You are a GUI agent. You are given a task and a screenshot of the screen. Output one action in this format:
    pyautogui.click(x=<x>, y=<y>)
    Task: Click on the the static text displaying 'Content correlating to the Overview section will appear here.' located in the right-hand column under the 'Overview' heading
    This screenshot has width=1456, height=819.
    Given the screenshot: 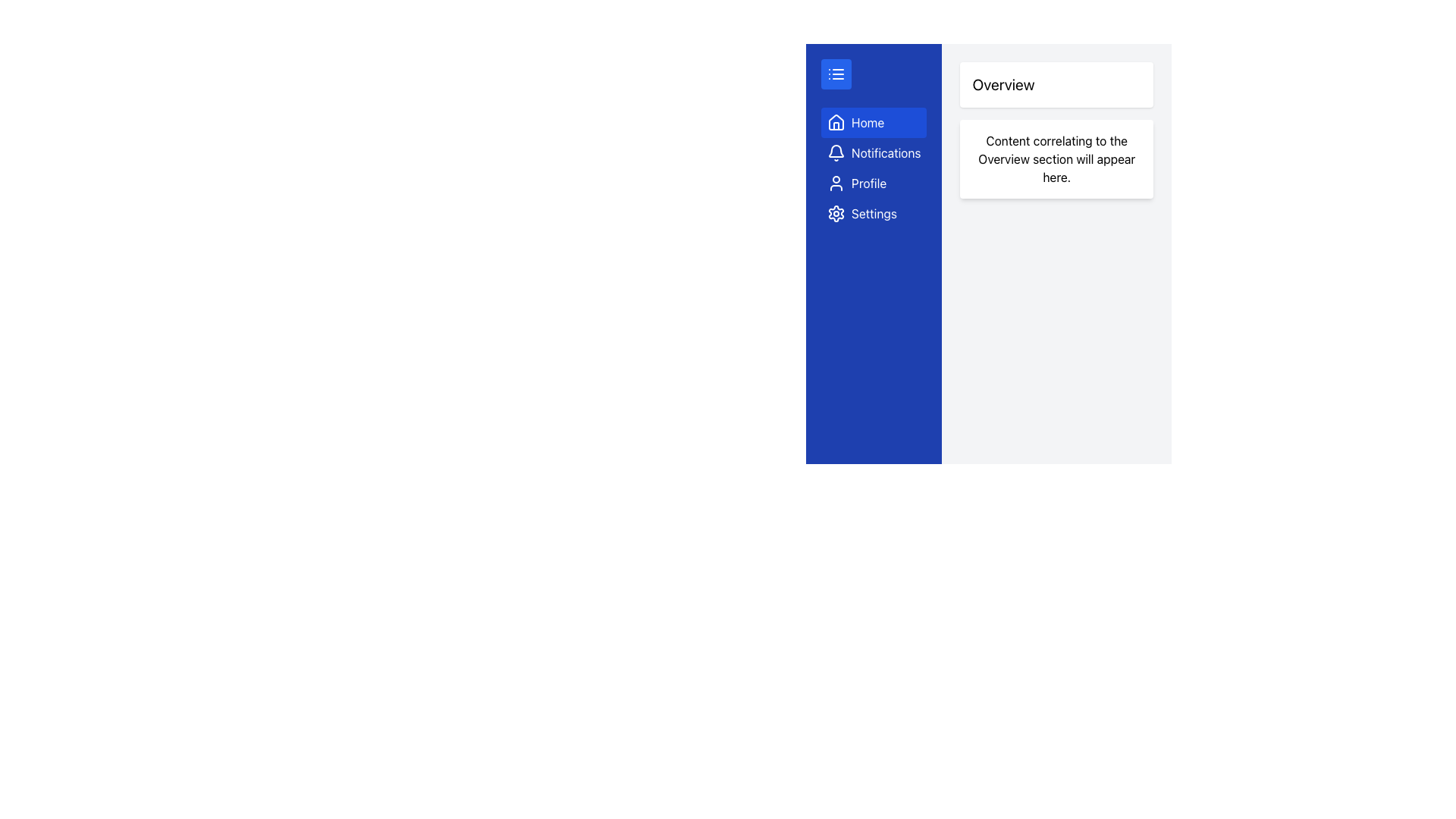 What is the action you would take?
    pyautogui.click(x=1056, y=158)
    